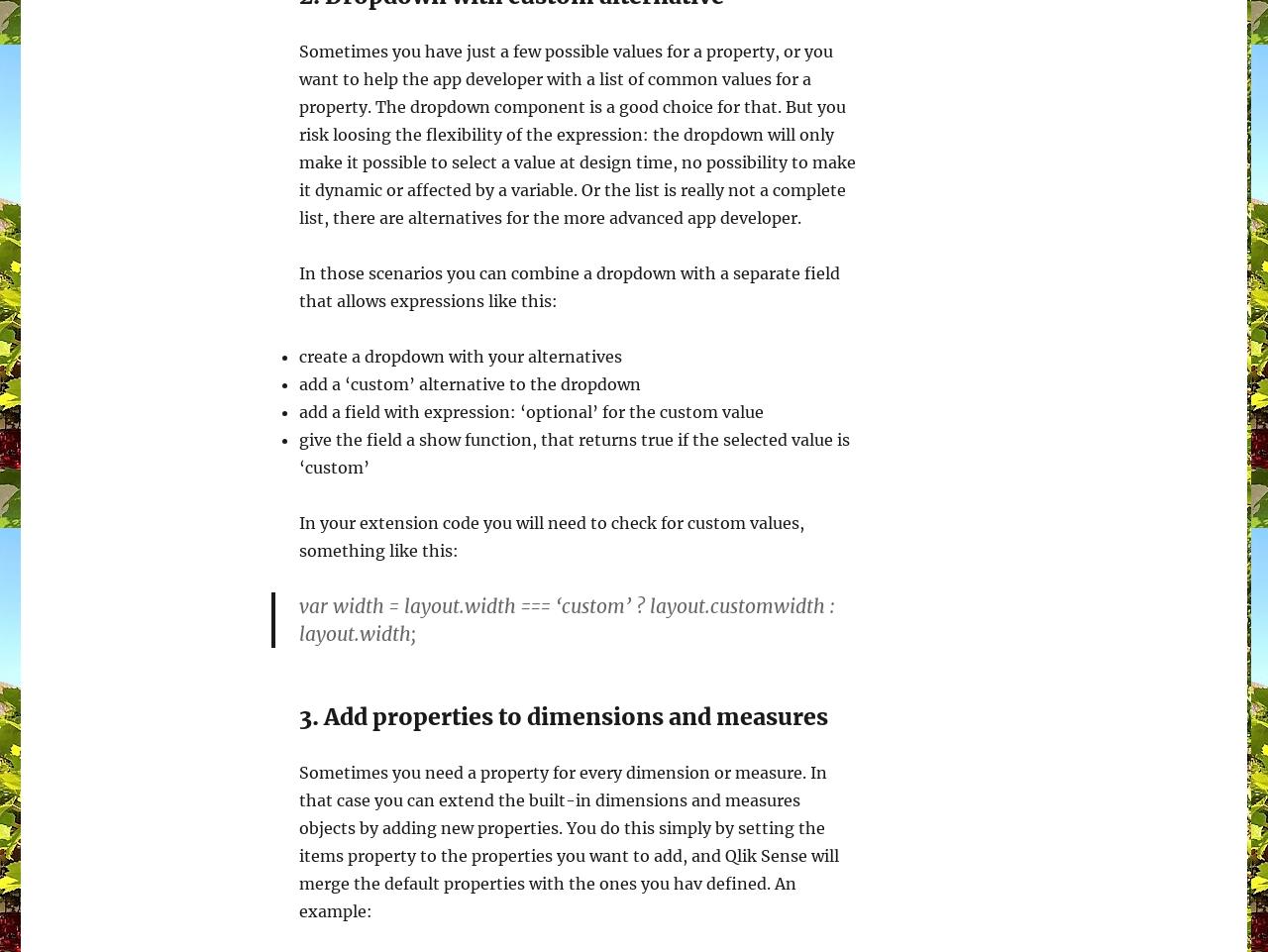 The image size is (1268, 952). I want to click on 'add a field with expression: ‘optional’ for the custom value', so click(531, 412).